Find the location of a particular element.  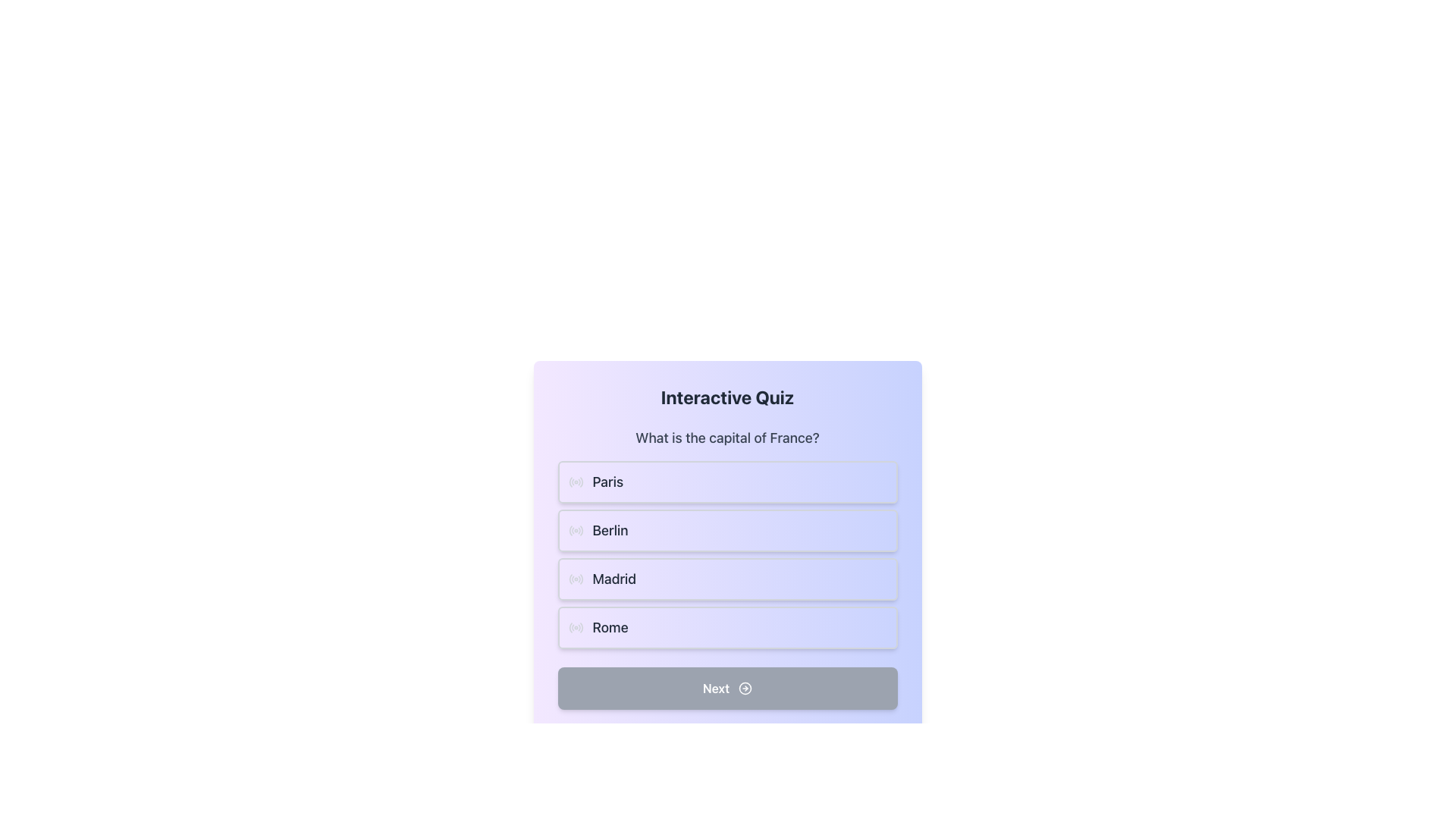

the third option button in the quiz answer choices is located at coordinates (726, 564).